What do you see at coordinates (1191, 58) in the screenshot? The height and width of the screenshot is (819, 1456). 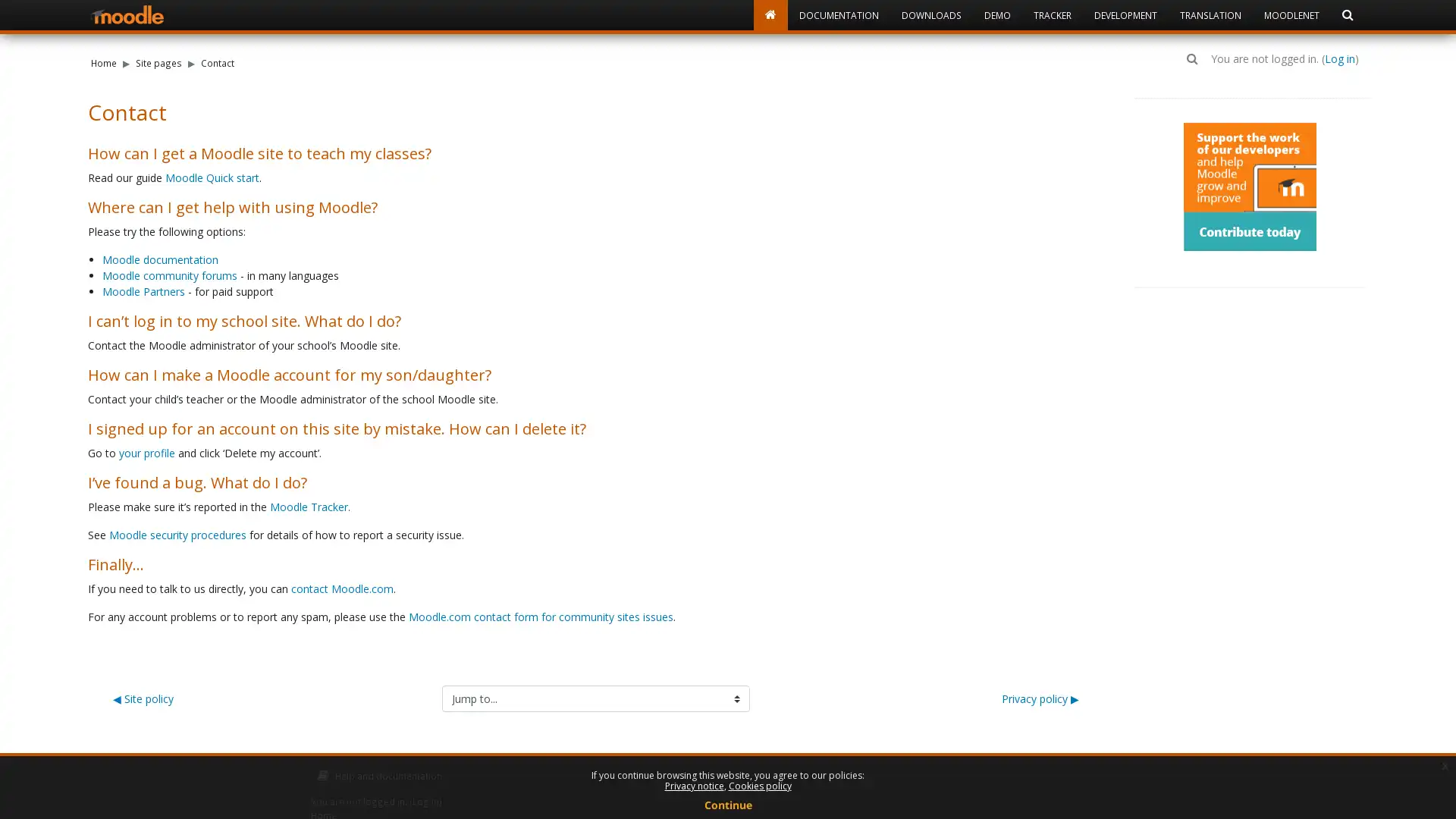 I see `Toggle search input` at bounding box center [1191, 58].